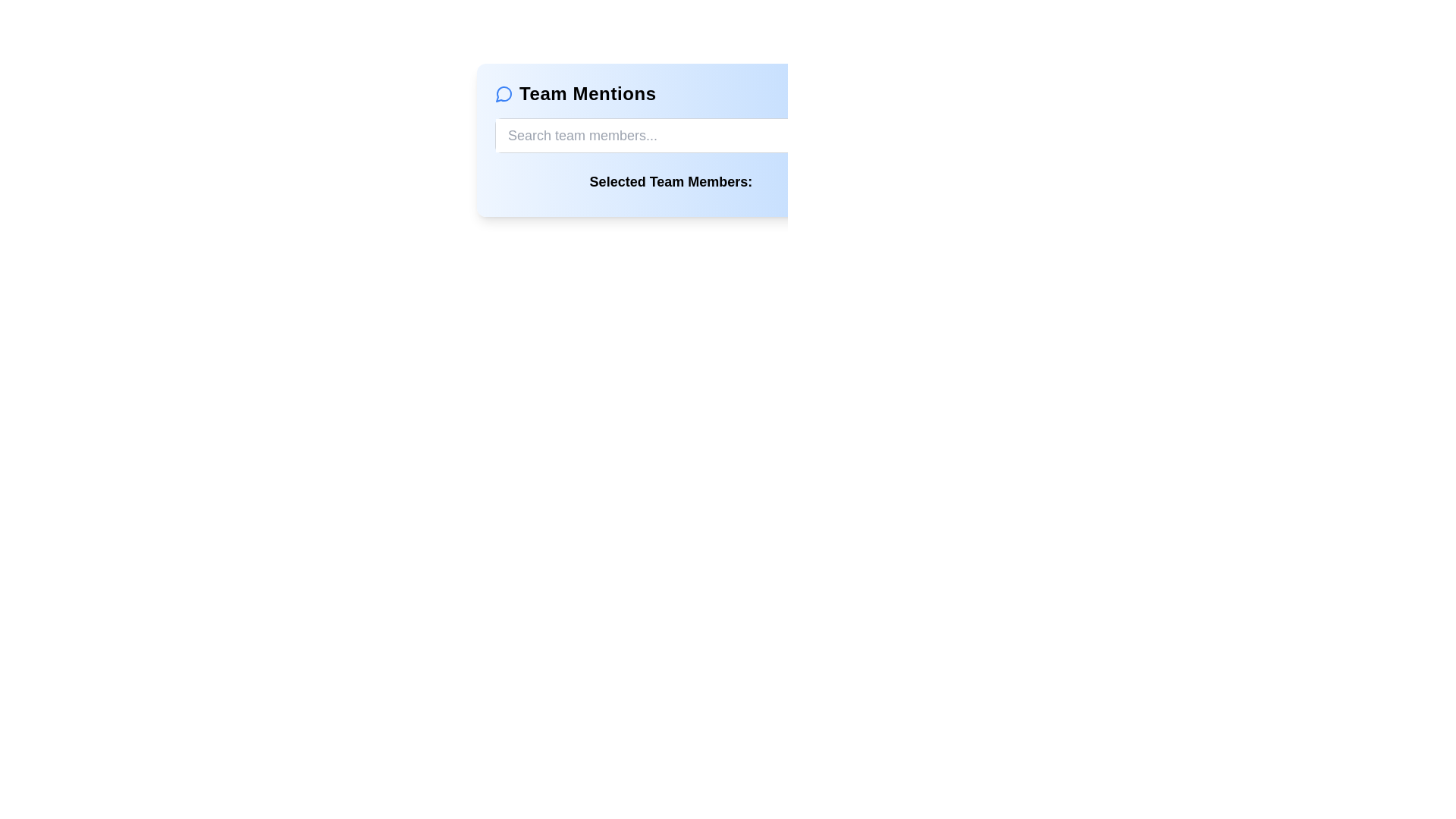 The height and width of the screenshot is (819, 1456). I want to click on the non-interactive Text label that serves as a header, located slightly below the 'Search team members...' input field, so click(670, 180).